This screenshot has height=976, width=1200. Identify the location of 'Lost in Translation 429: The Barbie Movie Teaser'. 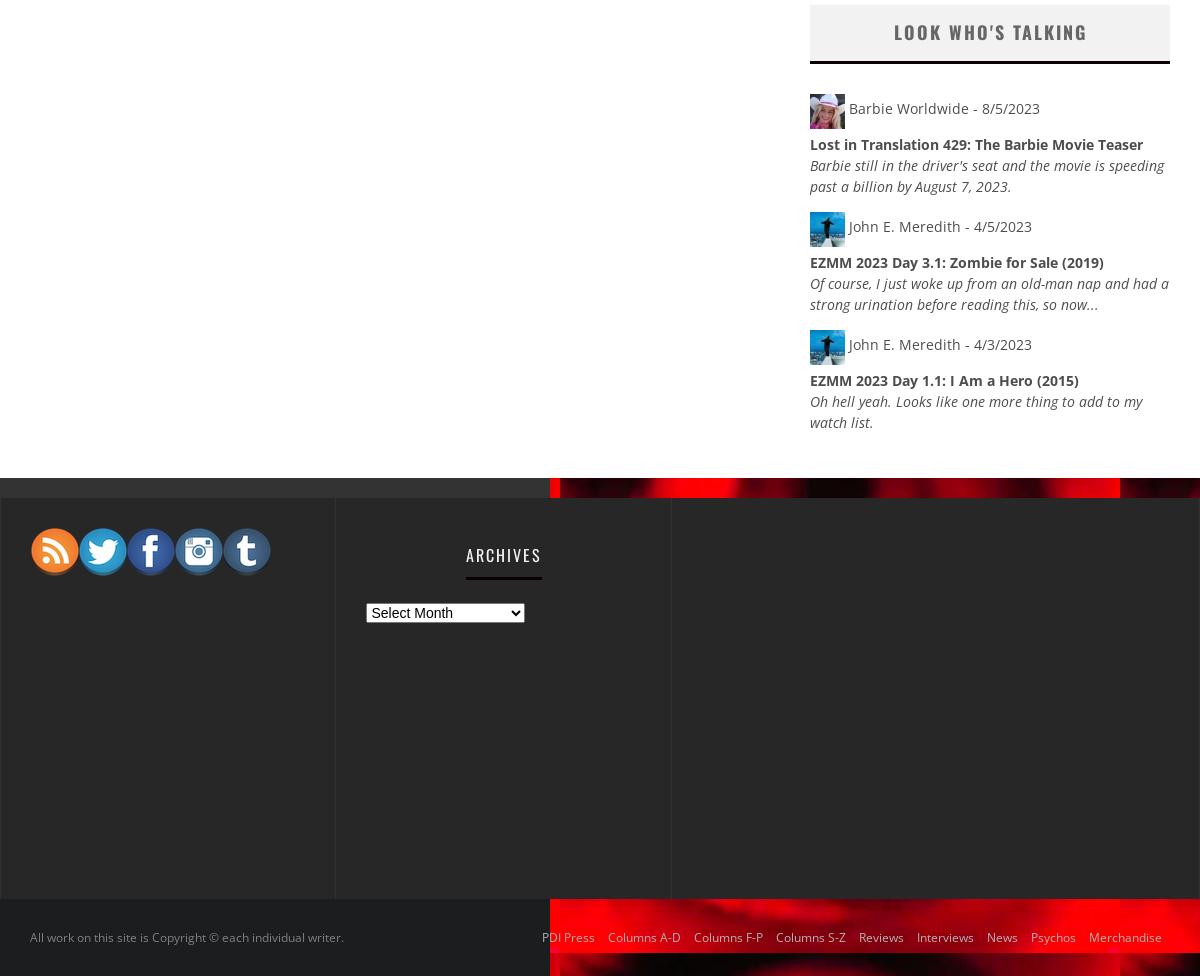
(809, 143).